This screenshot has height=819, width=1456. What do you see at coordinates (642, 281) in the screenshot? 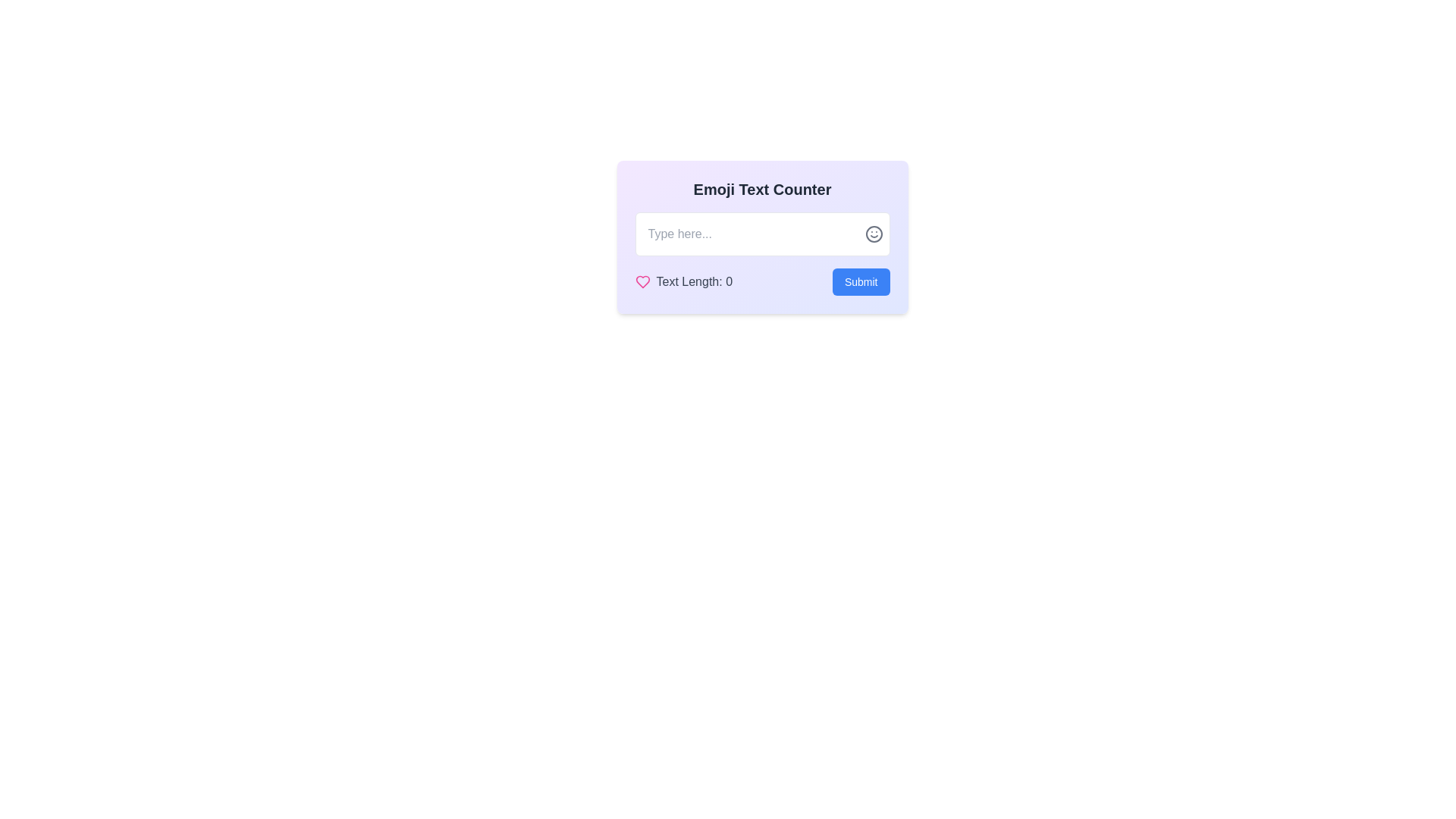
I see `the heart-shaped pink vector graphic icon that reflects a romantic theme, located near the center of the 'Emoji Text Counter' interface` at bounding box center [642, 281].